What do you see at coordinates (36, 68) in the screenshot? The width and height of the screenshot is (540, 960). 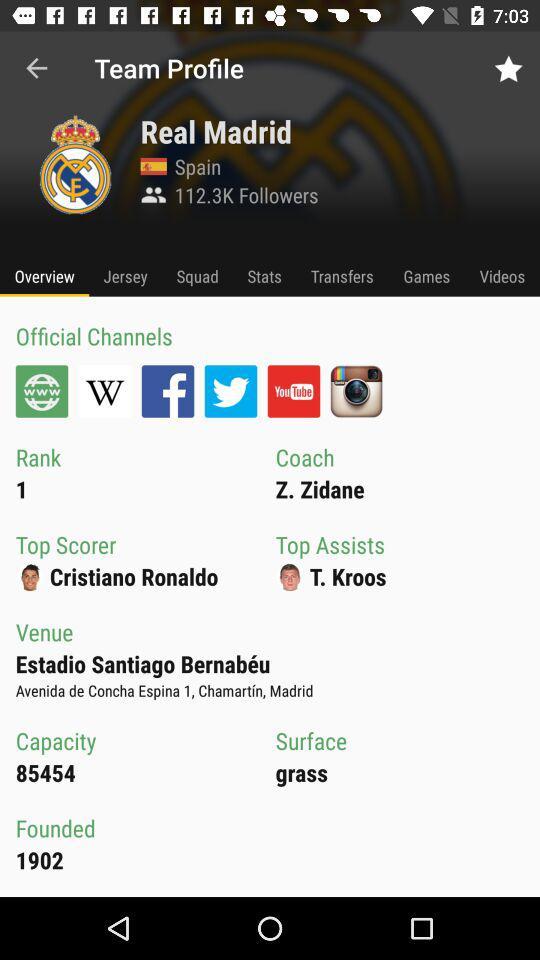 I see `icon to the left of the team profile item` at bounding box center [36, 68].